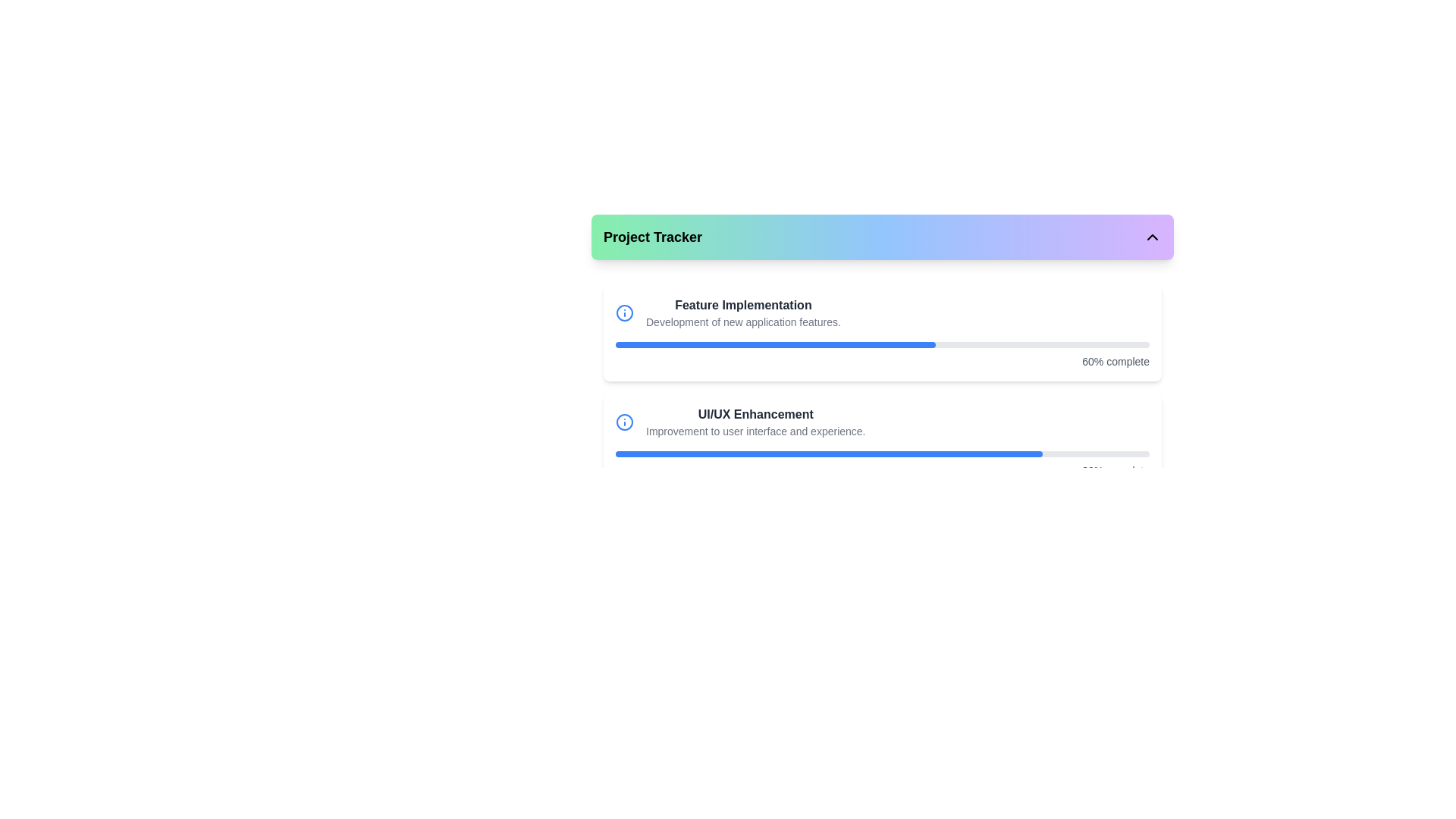  What do you see at coordinates (882, 345) in the screenshot?
I see `the progress bar with a gray background and blue filled portion indicating progress, located within the 'Feature Implementation' card, above the '60% complete' text` at bounding box center [882, 345].